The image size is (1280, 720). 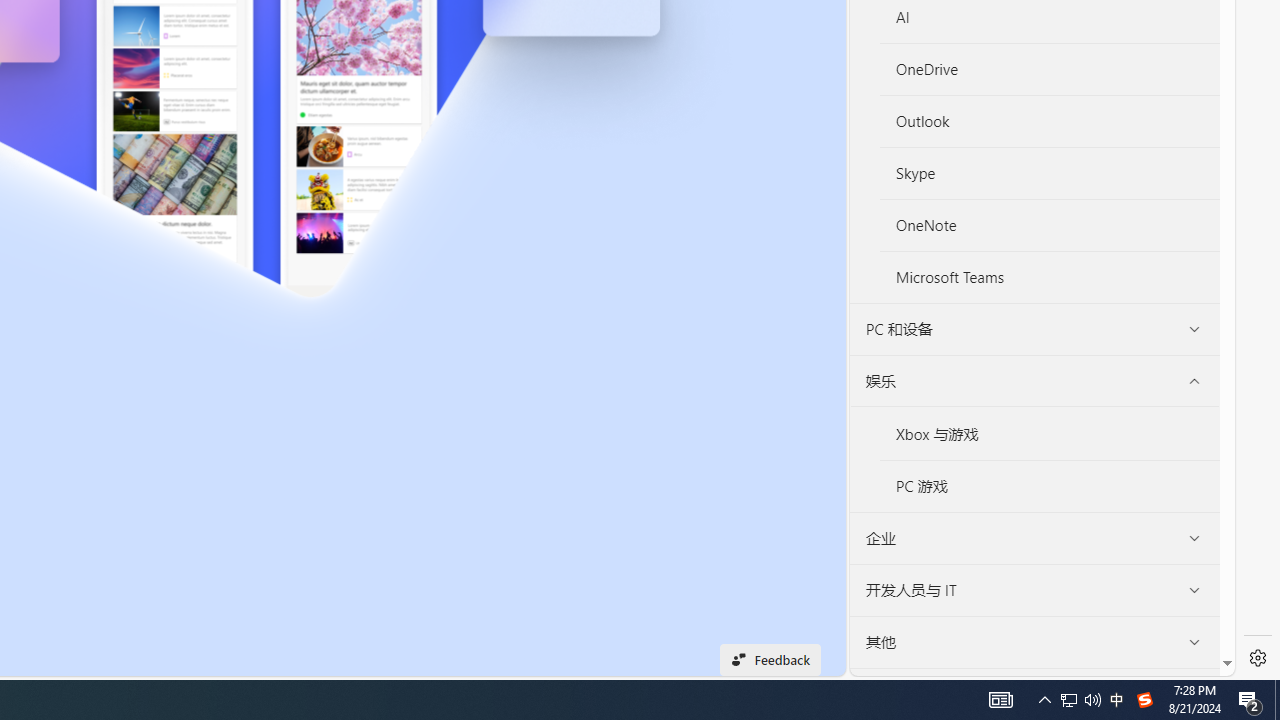 I want to click on 'Microsoft Teams', so click(x=1049, y=277).